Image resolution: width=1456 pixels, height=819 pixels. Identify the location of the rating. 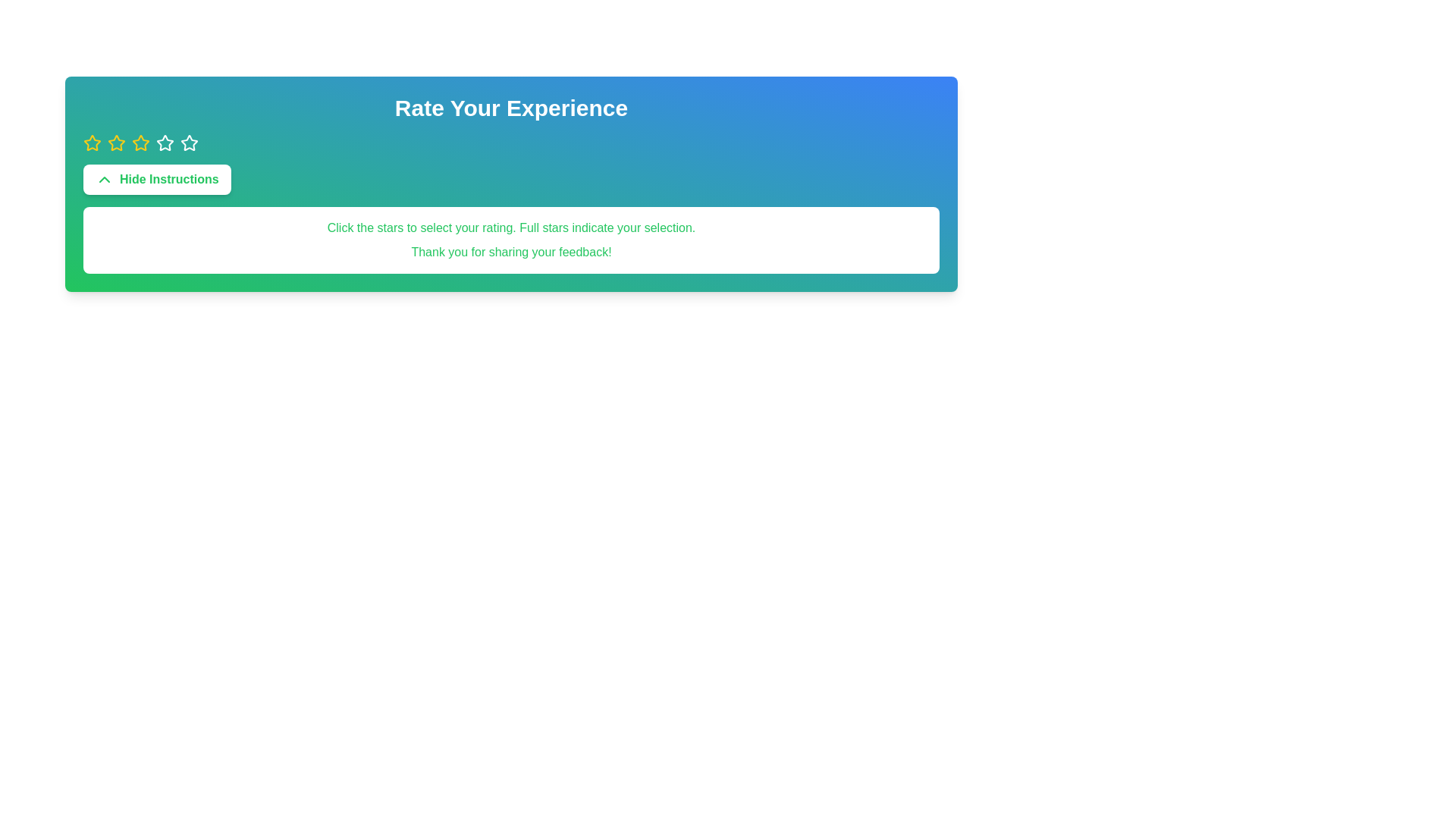
(115, 143).